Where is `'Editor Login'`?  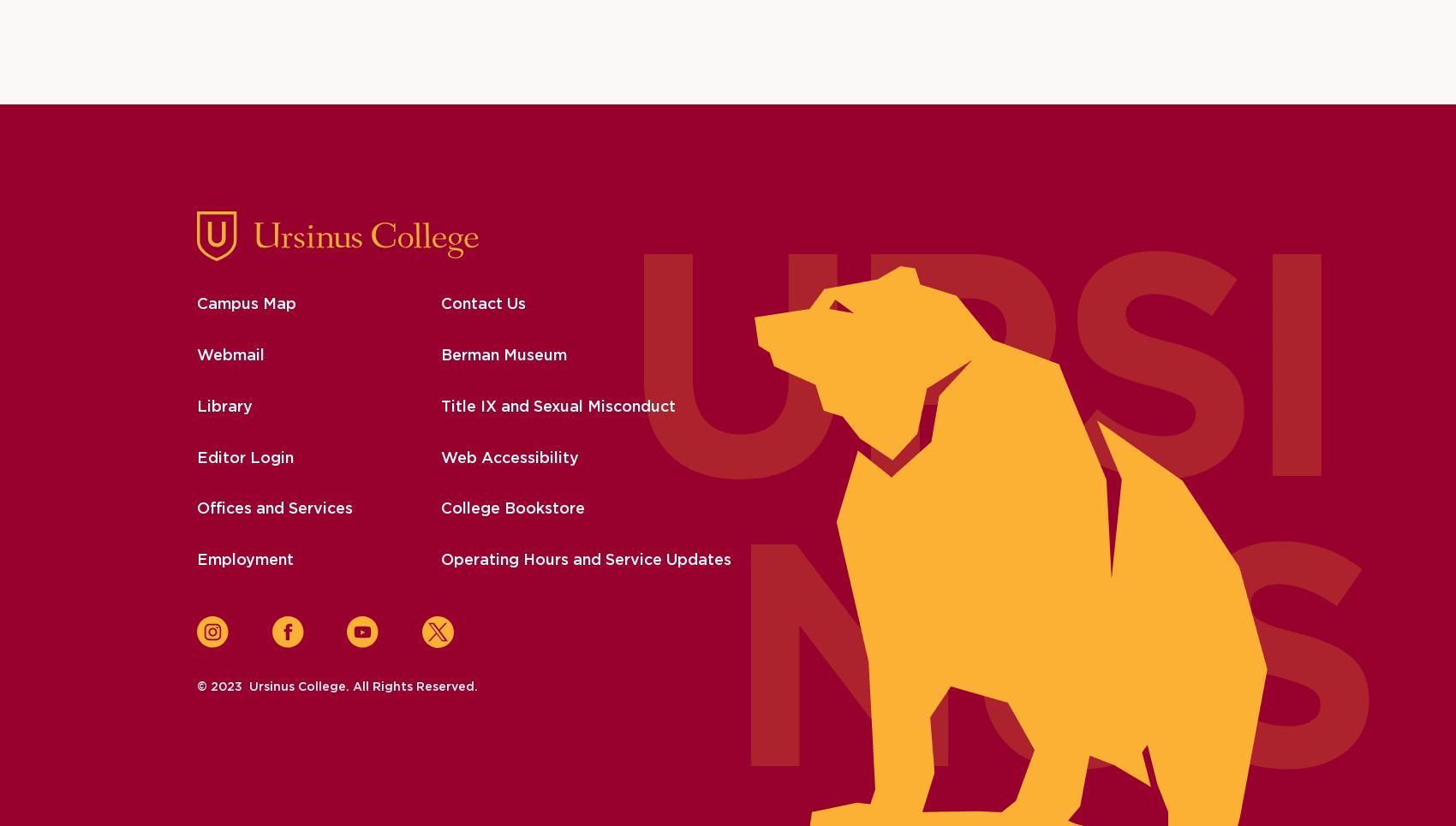 'Editor Login' is located at coordinates (244, 456).